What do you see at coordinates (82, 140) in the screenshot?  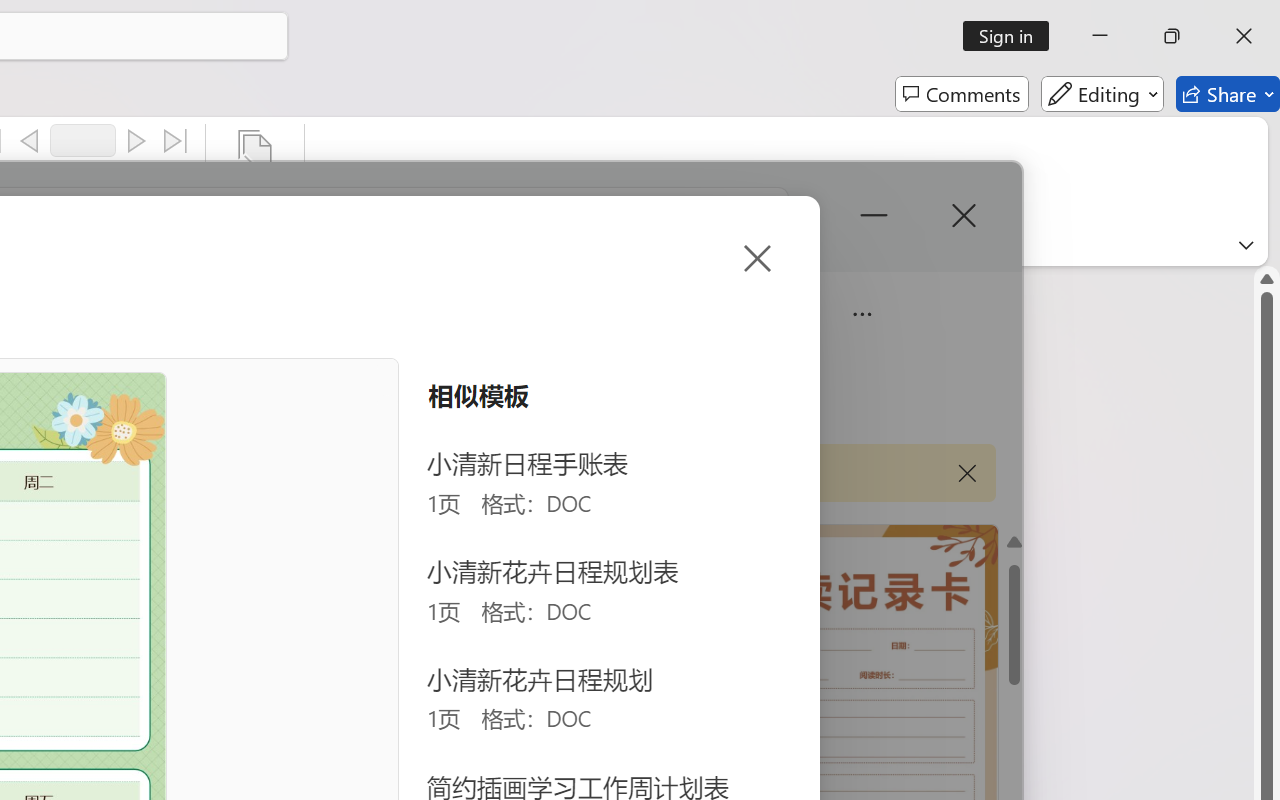 I see `'Record'` at bounding box center [82, 140].